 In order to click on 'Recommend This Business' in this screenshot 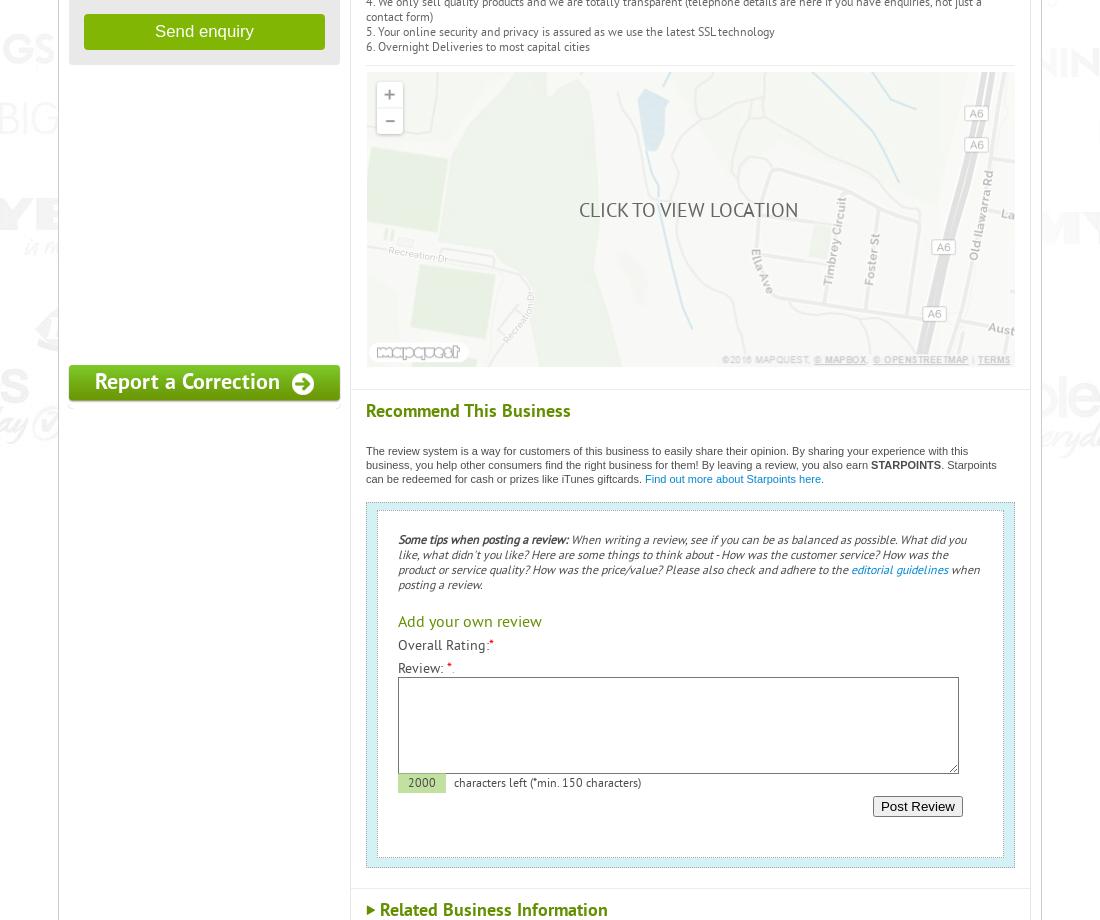, I will do `click(467, 409)`.